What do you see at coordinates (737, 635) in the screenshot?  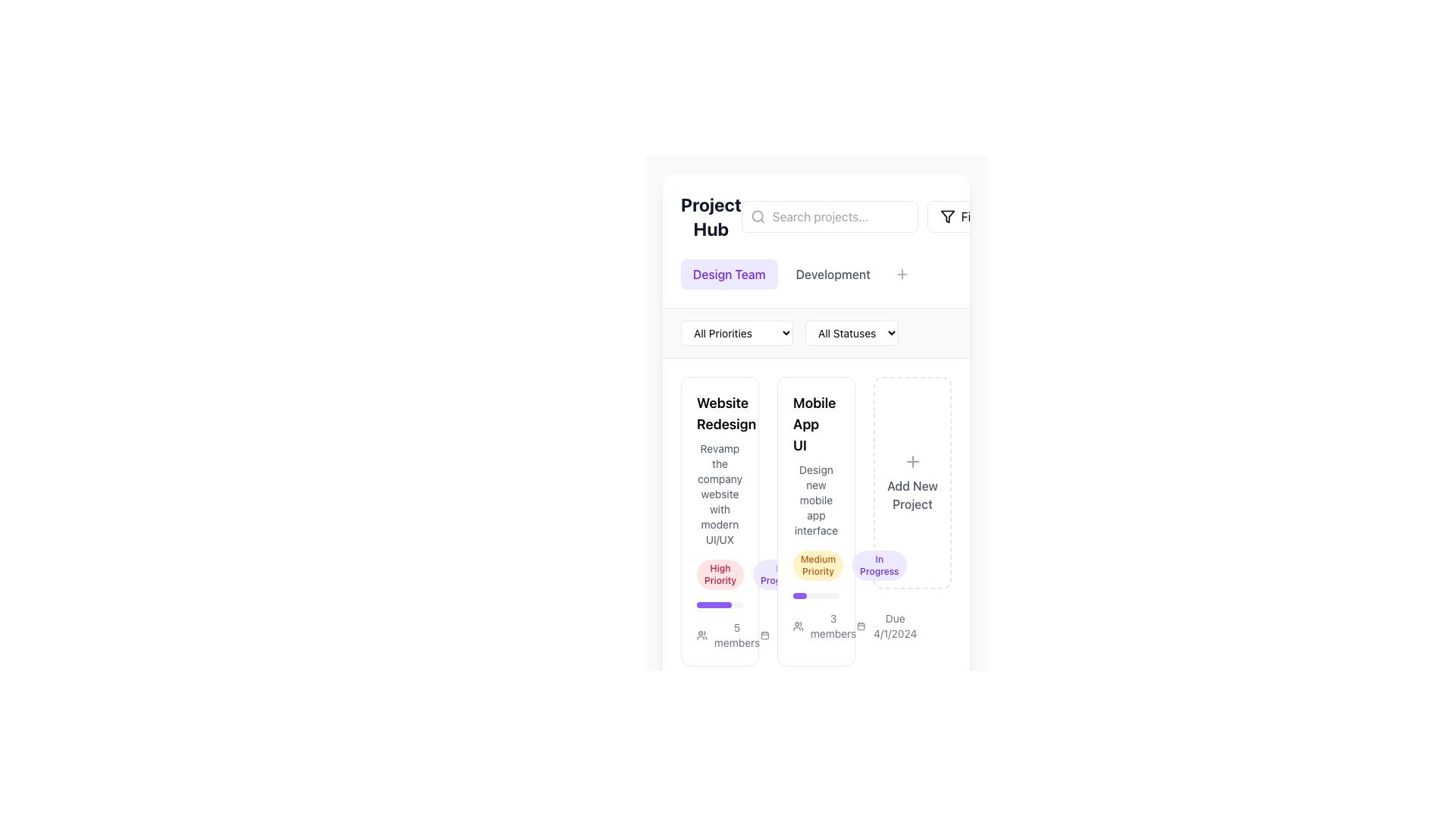 I see `the text label displaying '5 members' located in the bottom section of the 'Website Redesign' card interface, adjacent to the group icon` at bounding box center [737, 635].